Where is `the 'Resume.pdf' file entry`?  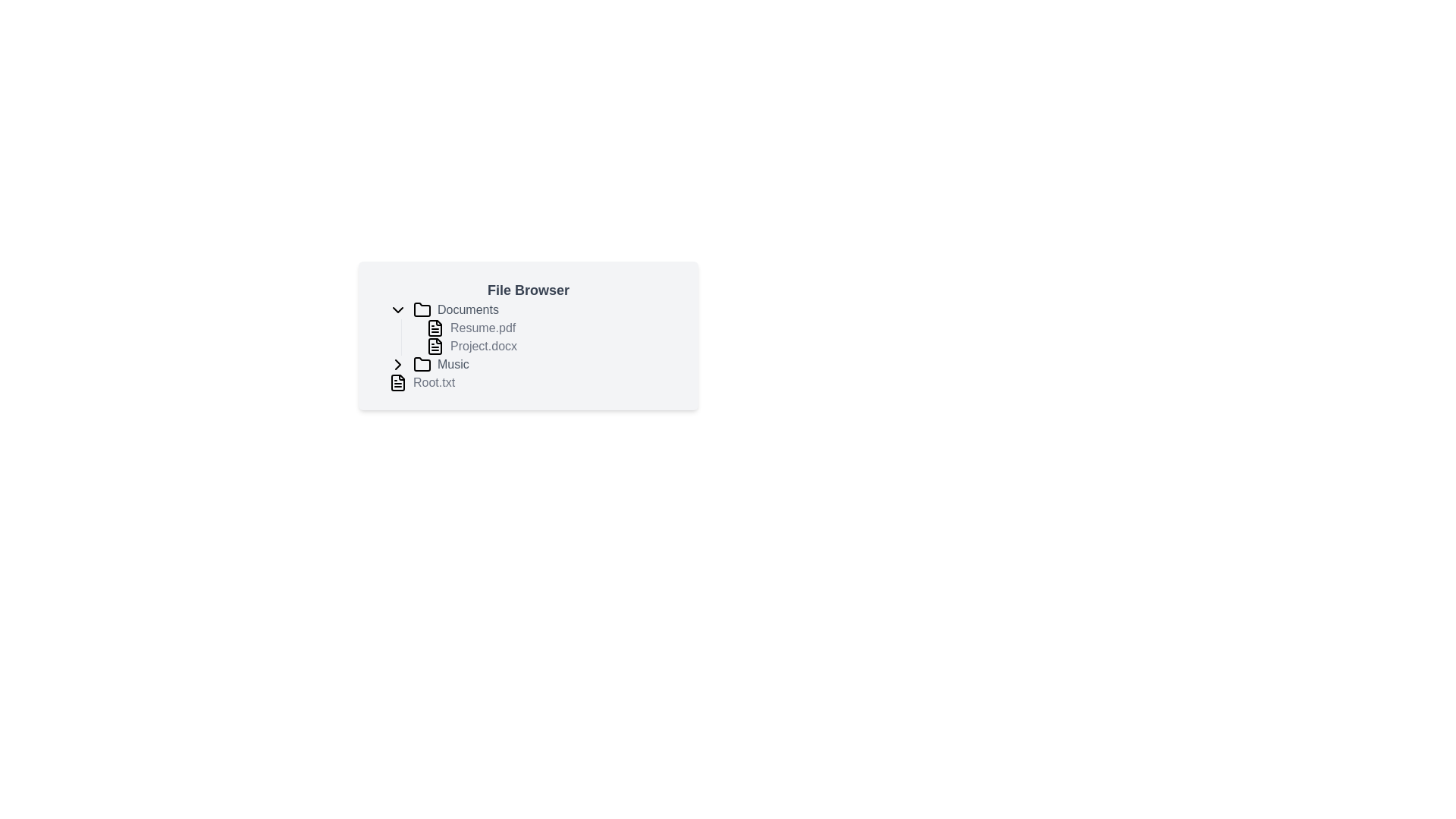
the 'Resume.pdf' file entry is located at coordinates (552, 327).